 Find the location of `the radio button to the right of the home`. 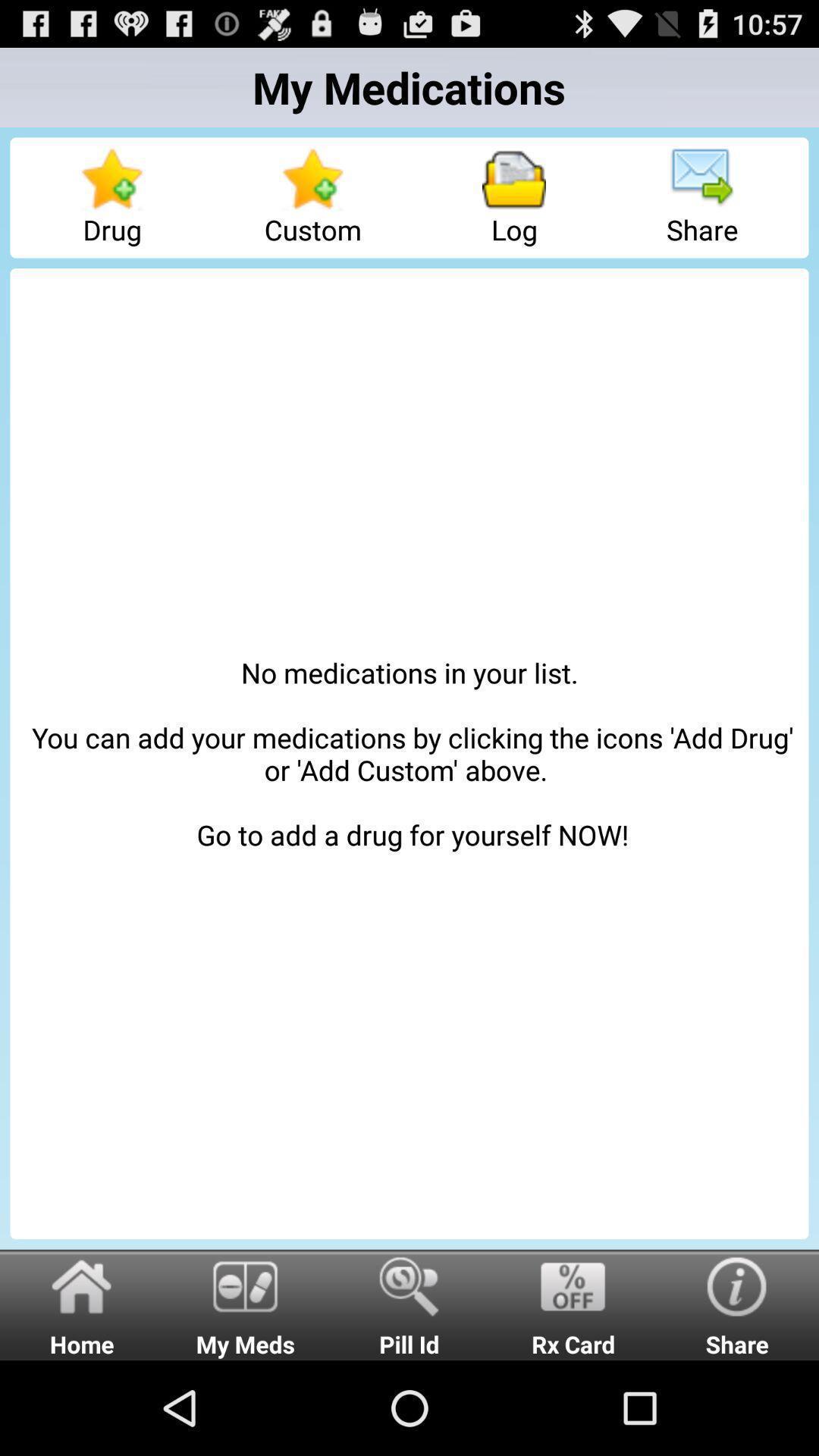

the radio button to the right of the home is located at coordinates (245, 1304).